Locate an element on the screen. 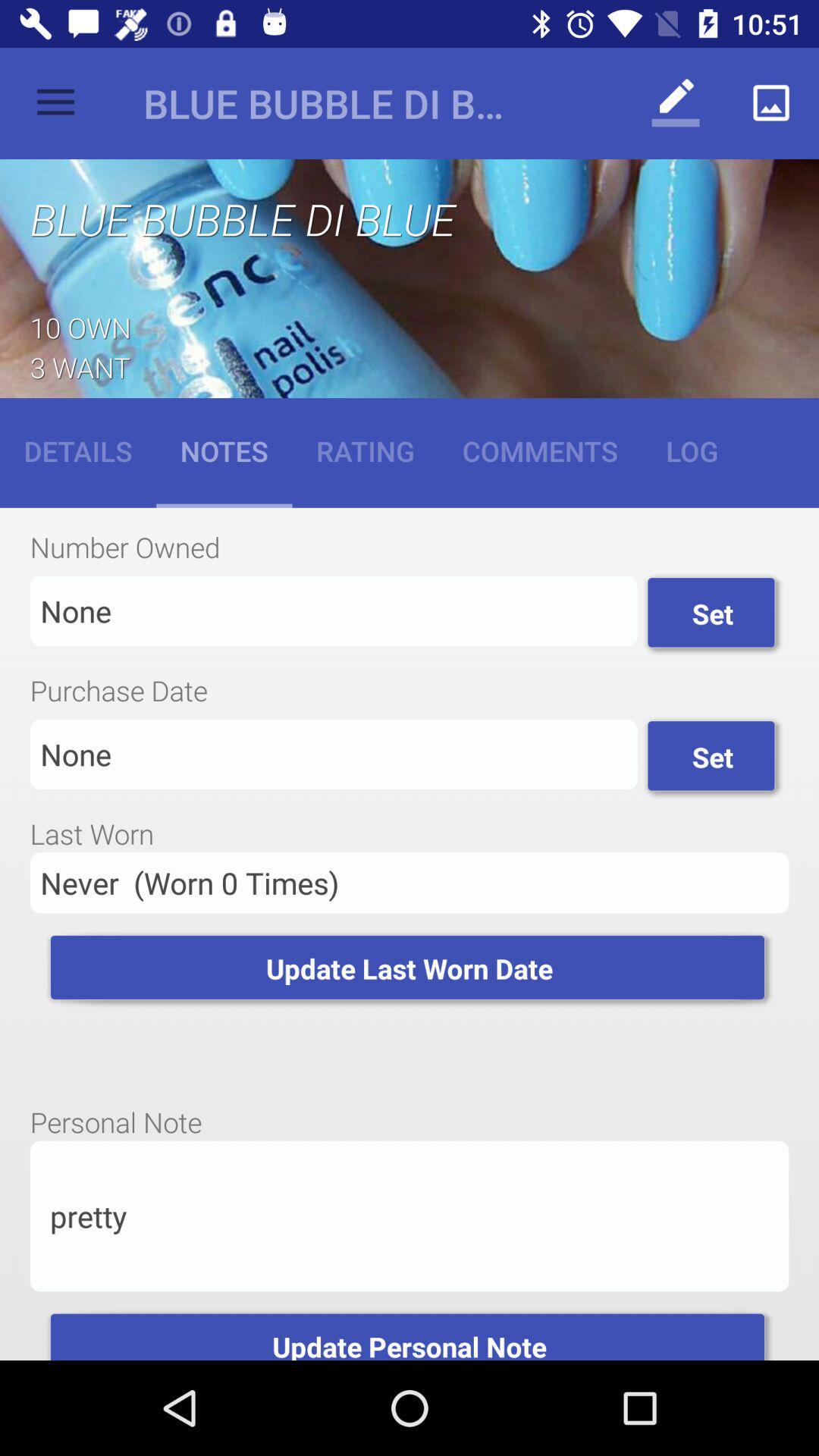 This screenshot has width=819, height=1456. the item to the left of blue bubble di item is located at coordinates (55, 102).